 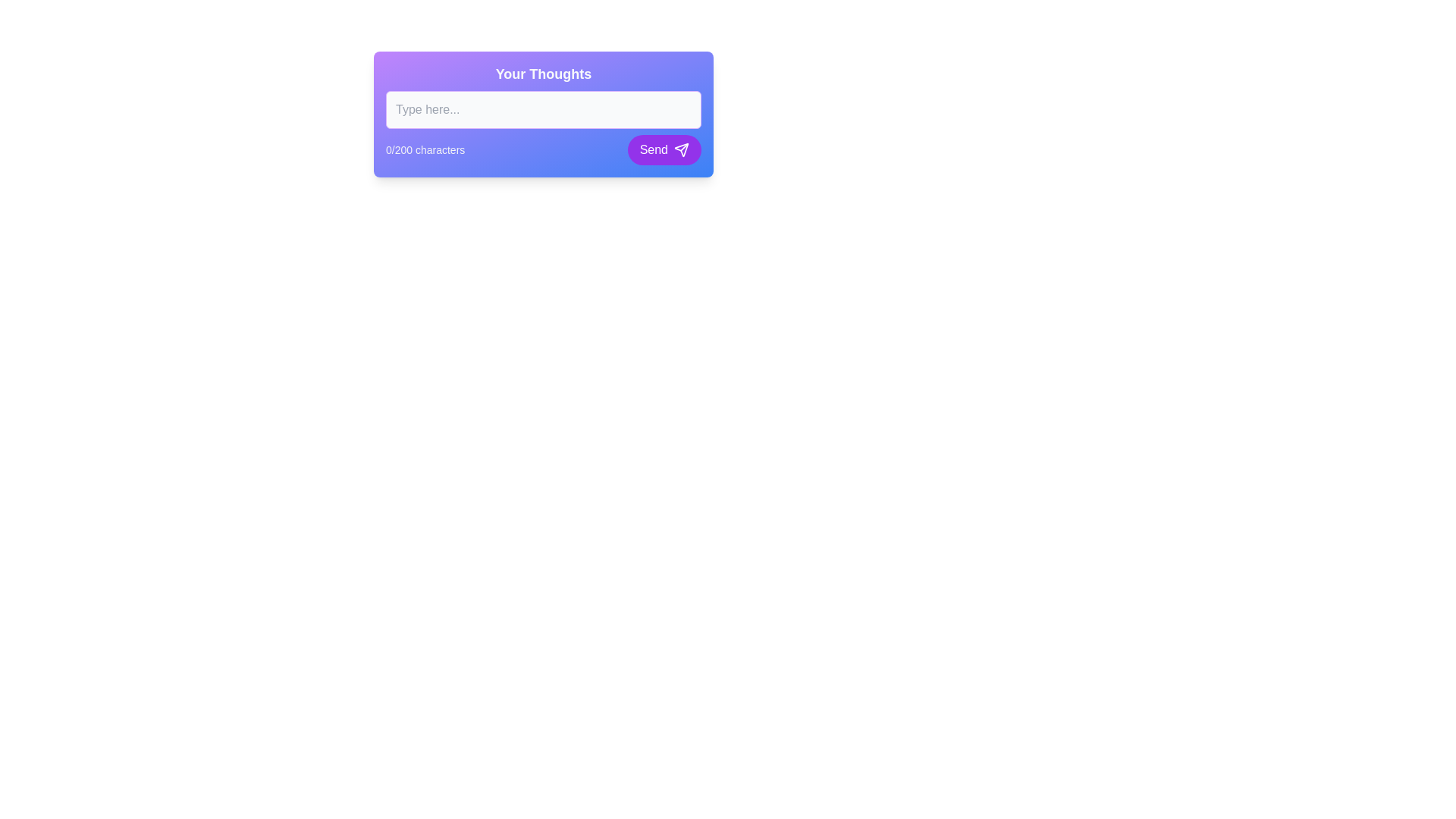 I want to click on the static text label displaying the counter '0/200 characters', which is styled with a small font size and light gray color, located to the left of the 'Send' button, so click(x=425, y=149).